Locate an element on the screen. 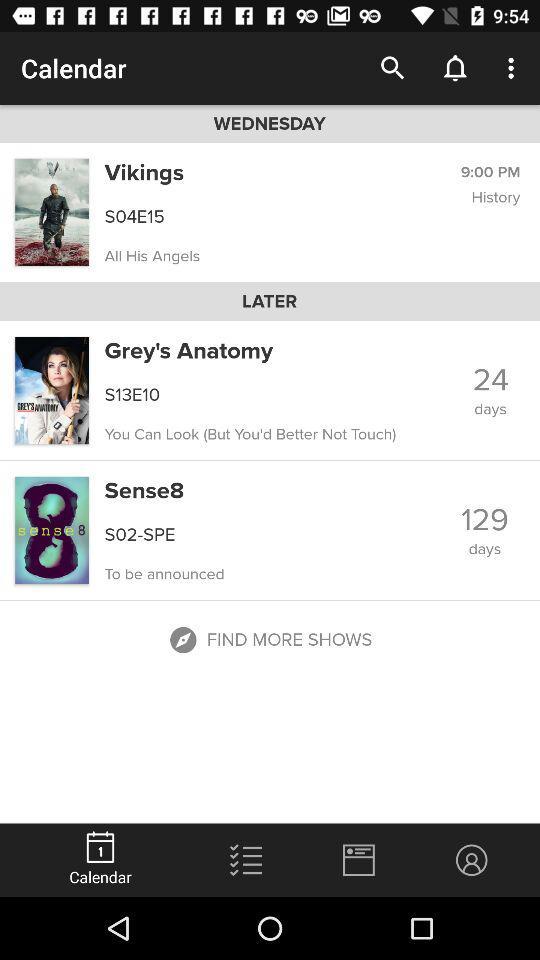 This screenshot has width=540, height=960. user profile icon is located at coordinates (472, 859).